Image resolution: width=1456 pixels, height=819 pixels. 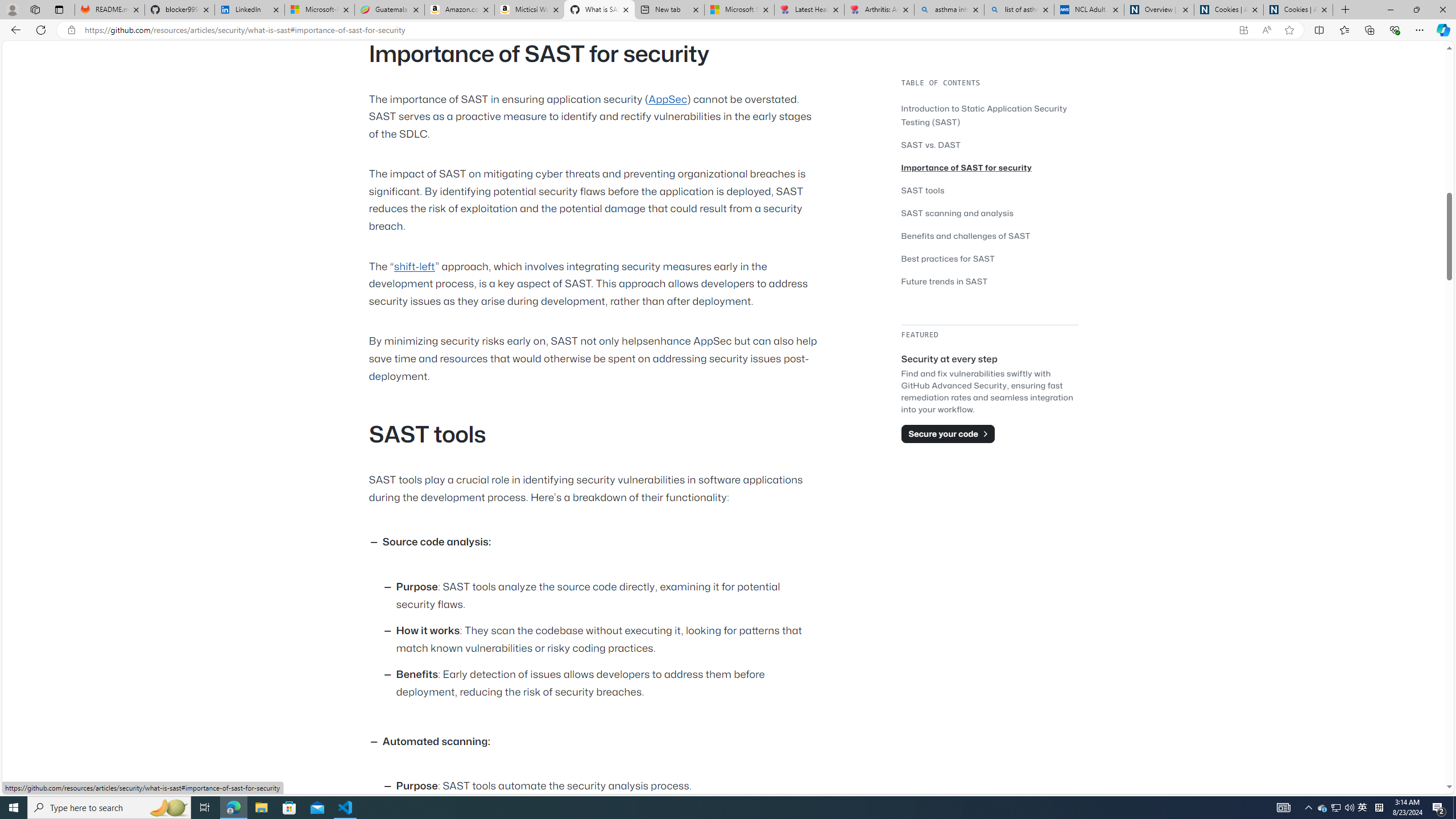 What do you see at coordinates (990, 235) in the screenshot?
I see `'Benefits and challenges of SAST'` at bounding box center [990, 235].